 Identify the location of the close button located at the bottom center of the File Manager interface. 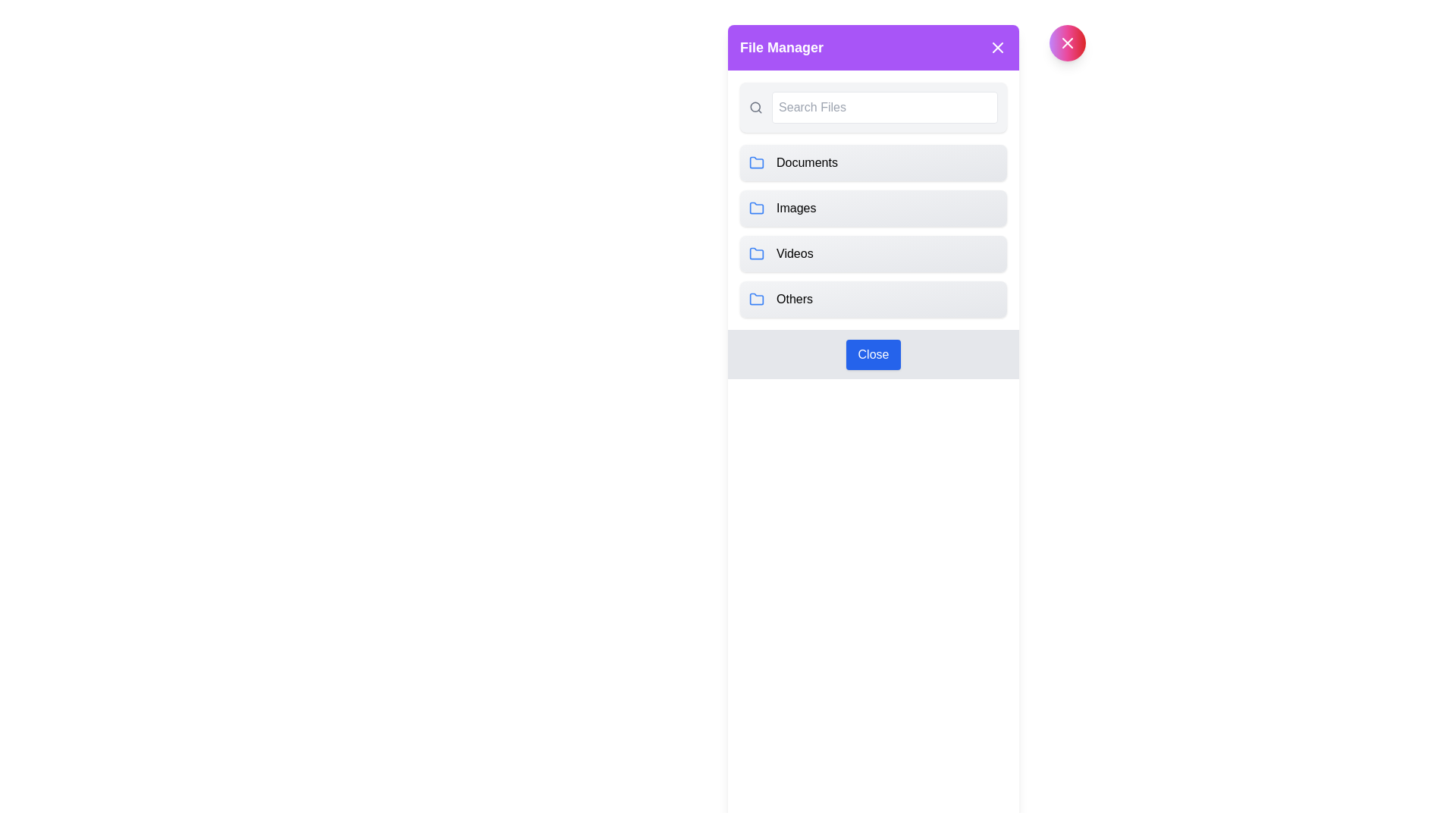
(874, 354).